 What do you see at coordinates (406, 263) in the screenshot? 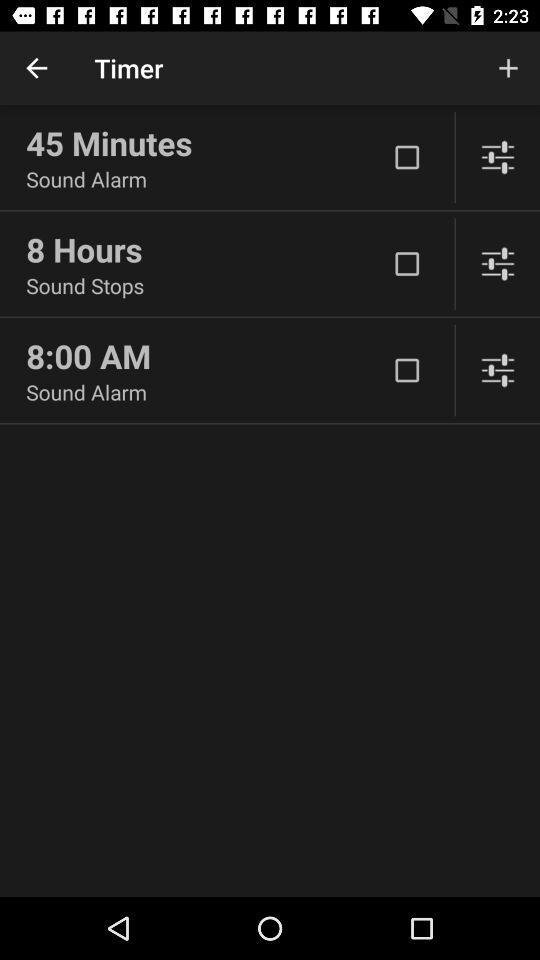
I see `the eight hours sound stops option` at bounding box center [406, 263].